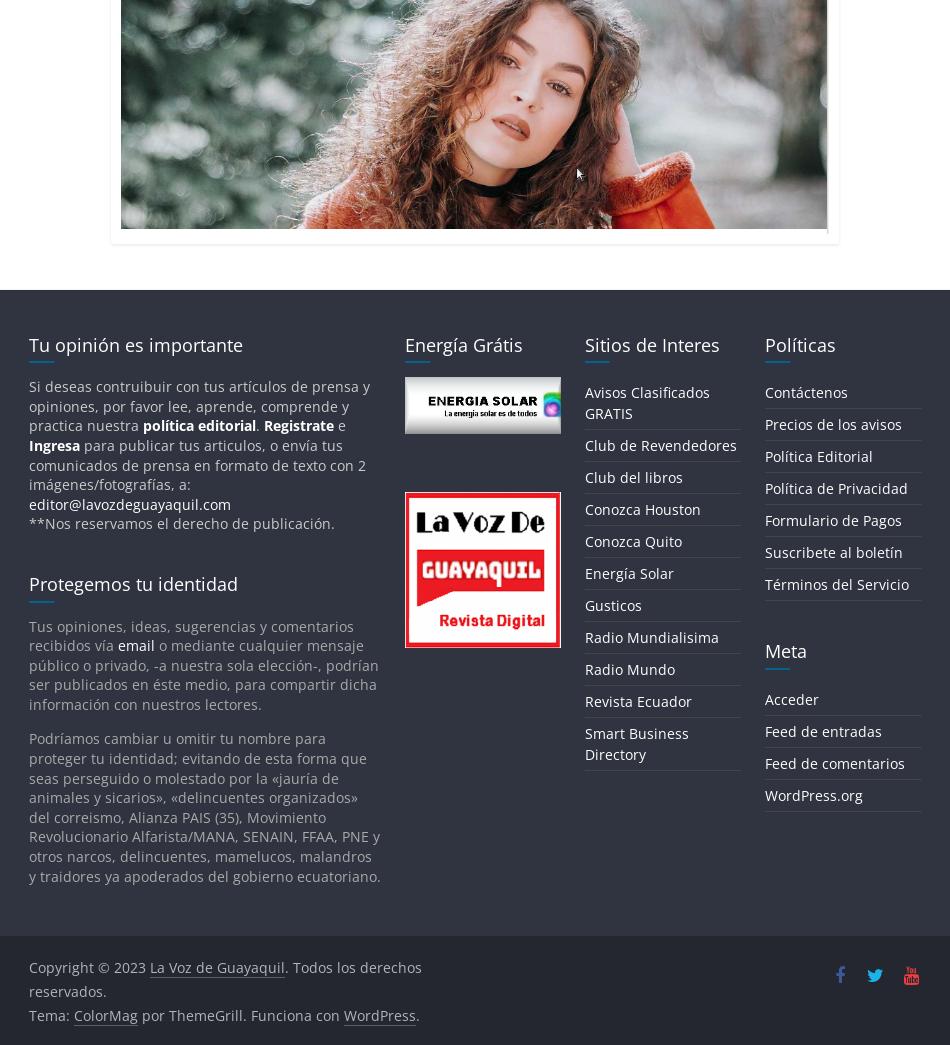 This screenshot has height=1045, width=950. I want to click on 'Radio Mundialisima', so click(583, 636).